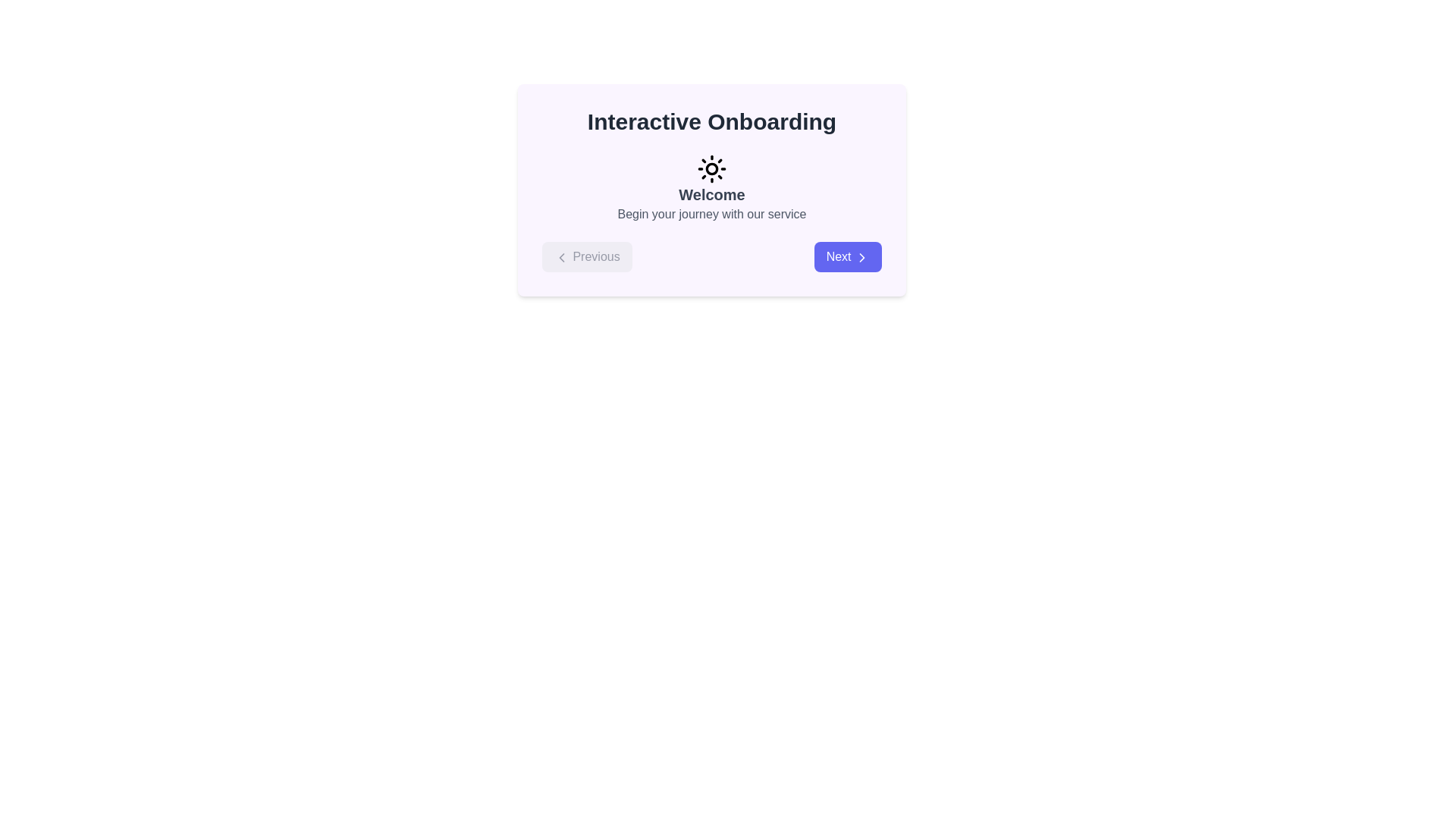 The height and width of the screenshot is (819, 1456). Describe the element at coordinates (560, 256) in the screenshot. I see `the left arrow icon used for backward navigation, located near the 'Previous' button in the bottom-left corner of the centered modal` at that location.